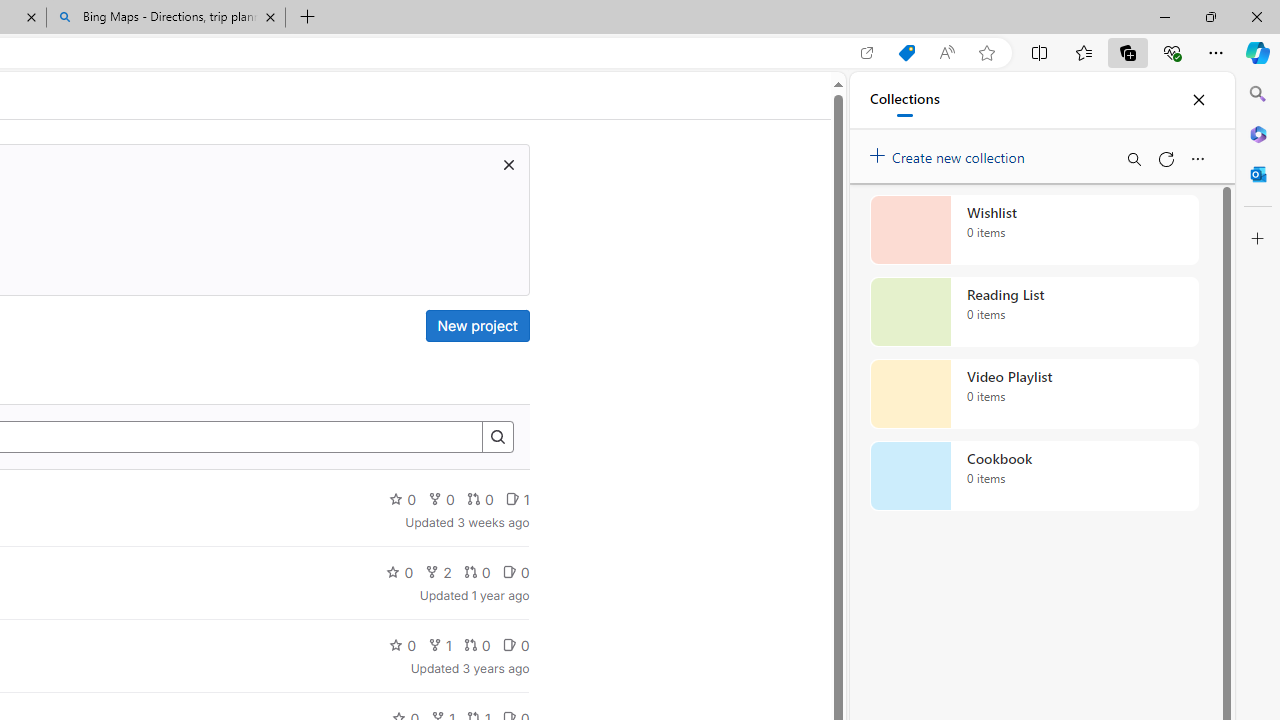 The height and width of the screenshot is (720, 1280). What do you see at coordinates (1257, 173) in the screenshot?
I see `'Outlook'` at bounding box center [1257, 173].